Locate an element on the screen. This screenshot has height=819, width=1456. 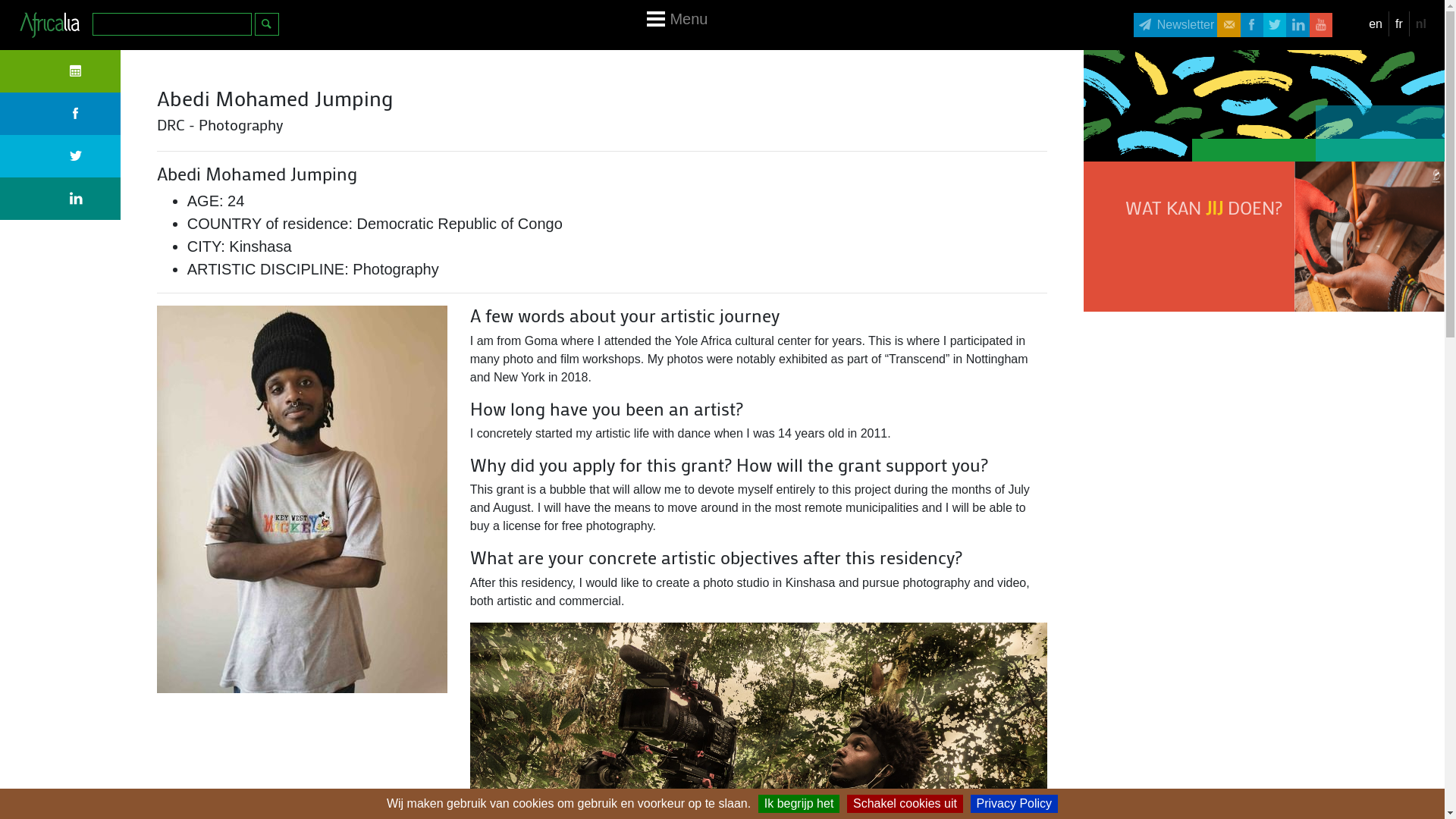
'Privacy Policy' is located at coordinates (1015, 803).